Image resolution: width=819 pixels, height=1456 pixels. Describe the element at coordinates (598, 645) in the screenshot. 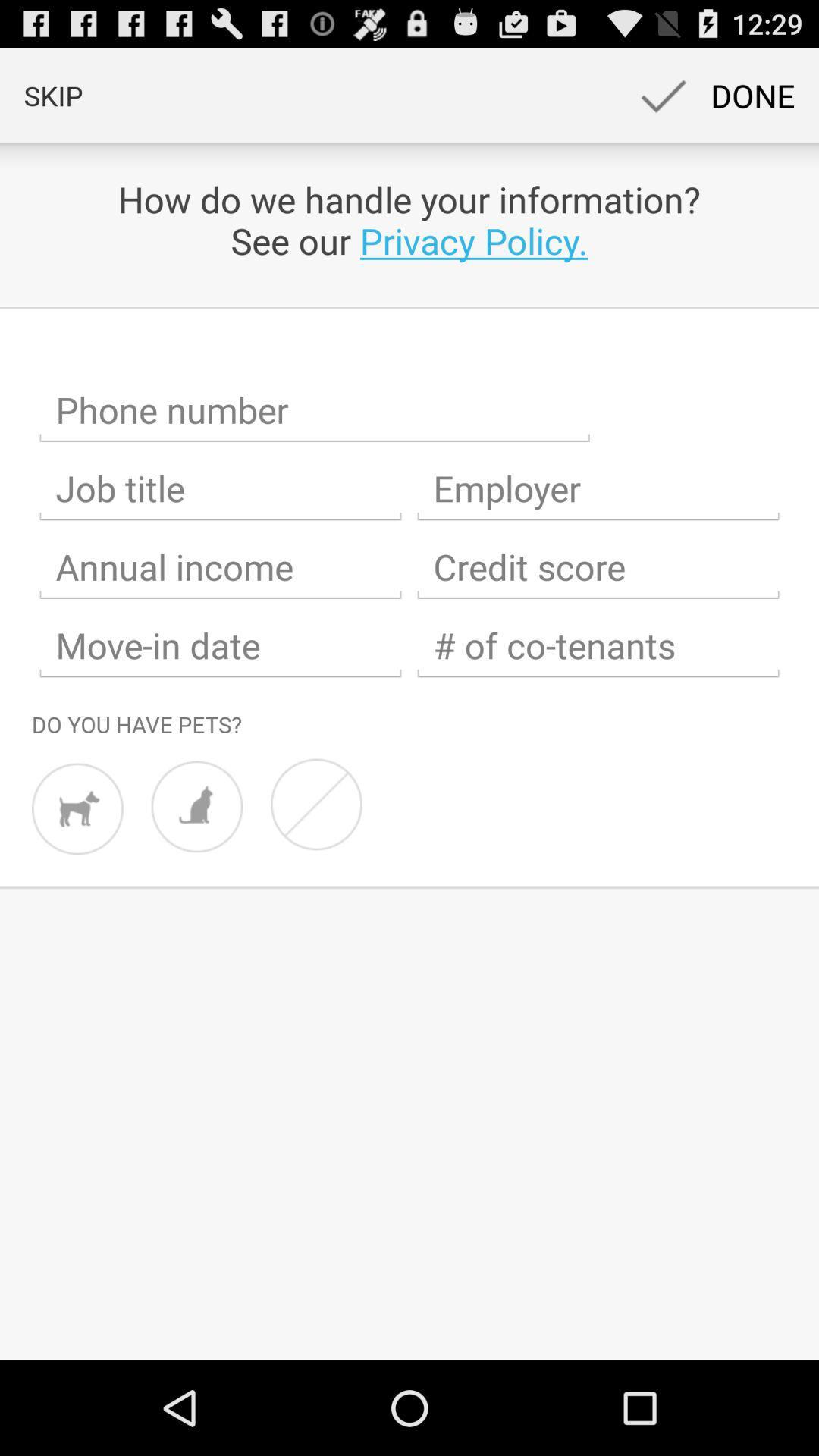

I see `input number of co-tenants` at that location.